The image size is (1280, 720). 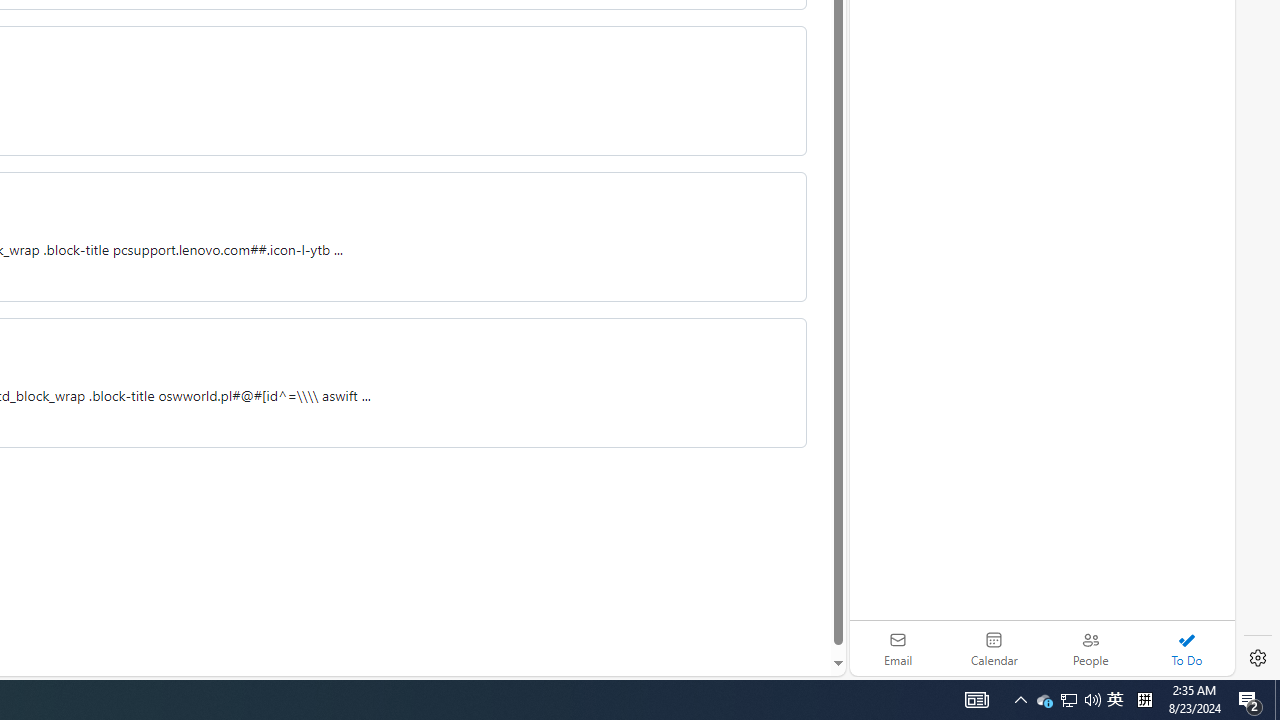 What do you see at coordinates (1186, 648) in the screenshot?
I see `'To Do'` at bounding box center [1186, 648].